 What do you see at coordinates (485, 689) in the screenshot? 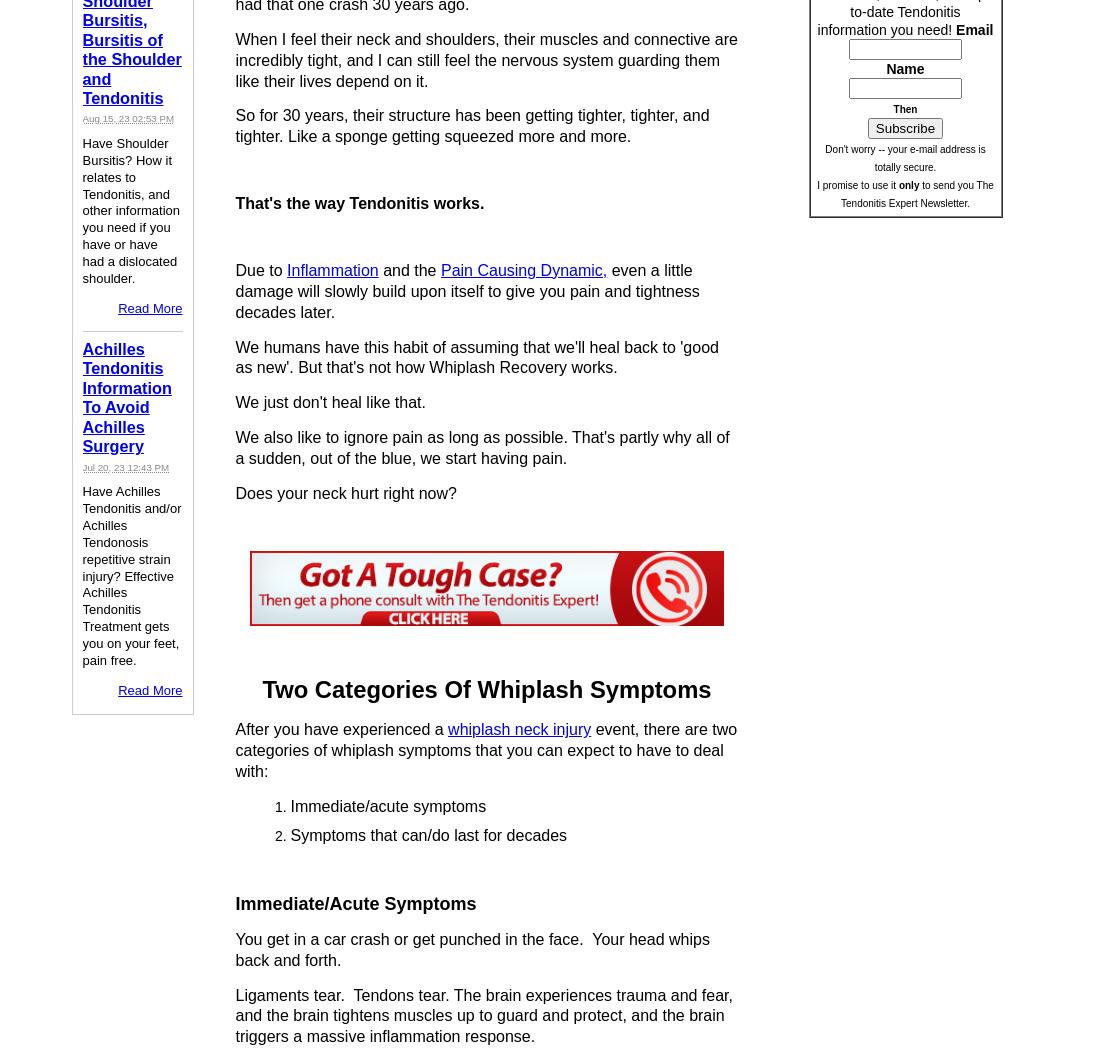
I see `'Two Categories Of Whiplash Symptoms'` at bounding box center [485, 689].